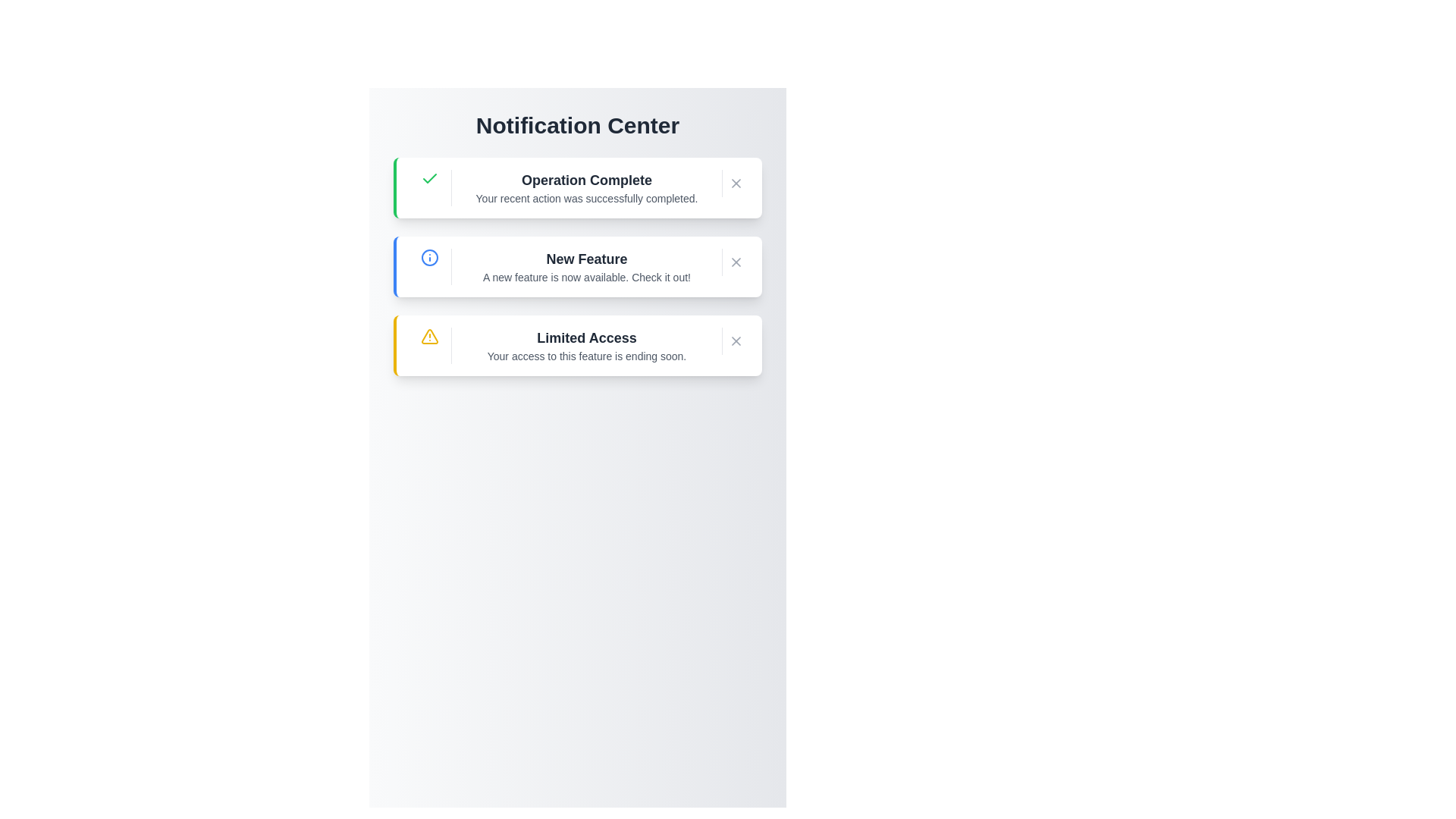  What do you see at coordinates (585, 356) in the screenshot?
I see `the warning message about limited availability in the Notification Center, positioned below 'Limited Access'` at bounding box center [585, 356].